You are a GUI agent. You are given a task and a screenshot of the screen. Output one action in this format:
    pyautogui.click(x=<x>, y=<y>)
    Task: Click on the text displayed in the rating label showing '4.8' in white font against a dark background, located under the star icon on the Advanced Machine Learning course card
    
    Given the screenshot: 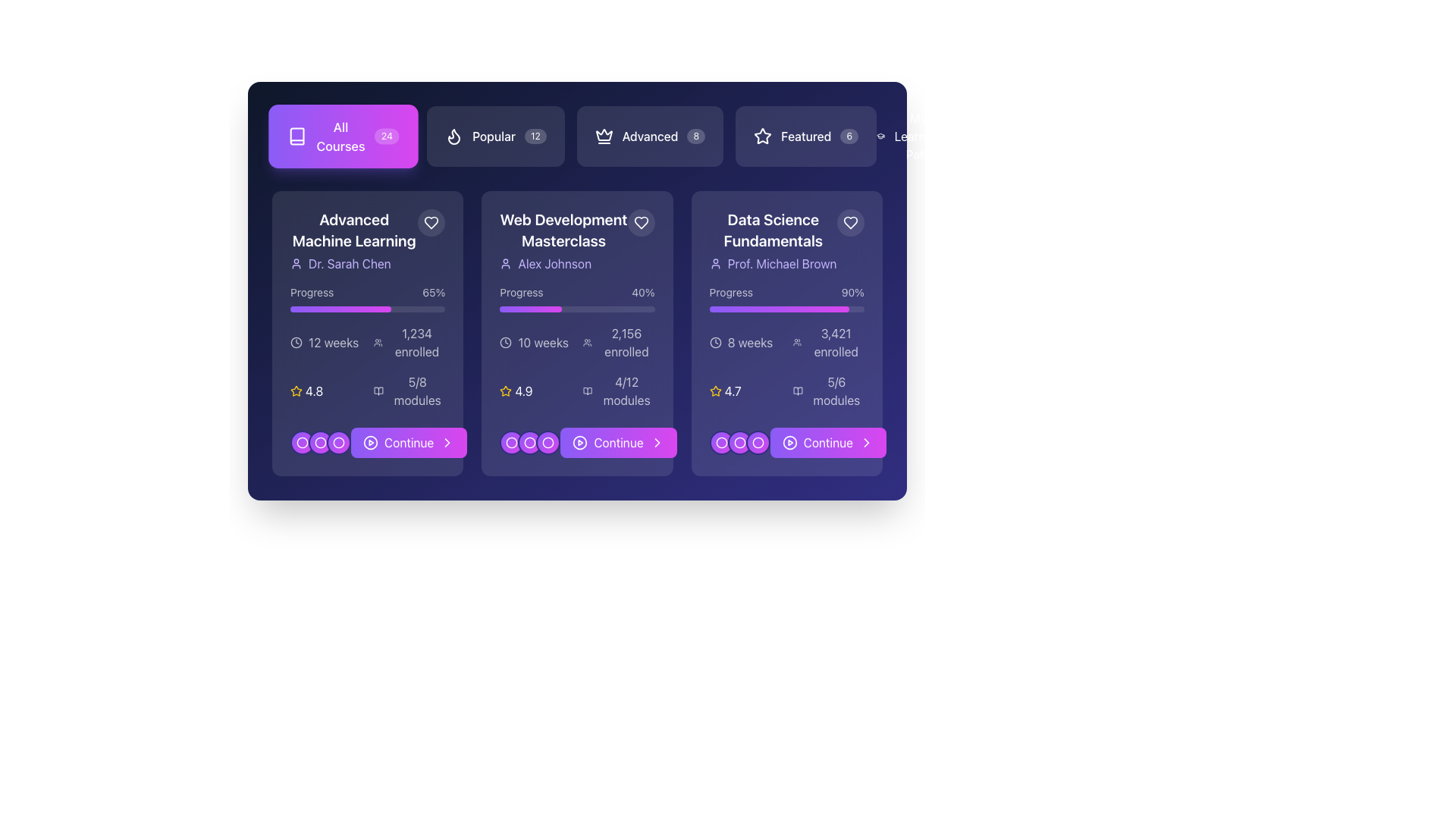 What is the action you would take?
    pyautogui.click(x=313, y=391)
    